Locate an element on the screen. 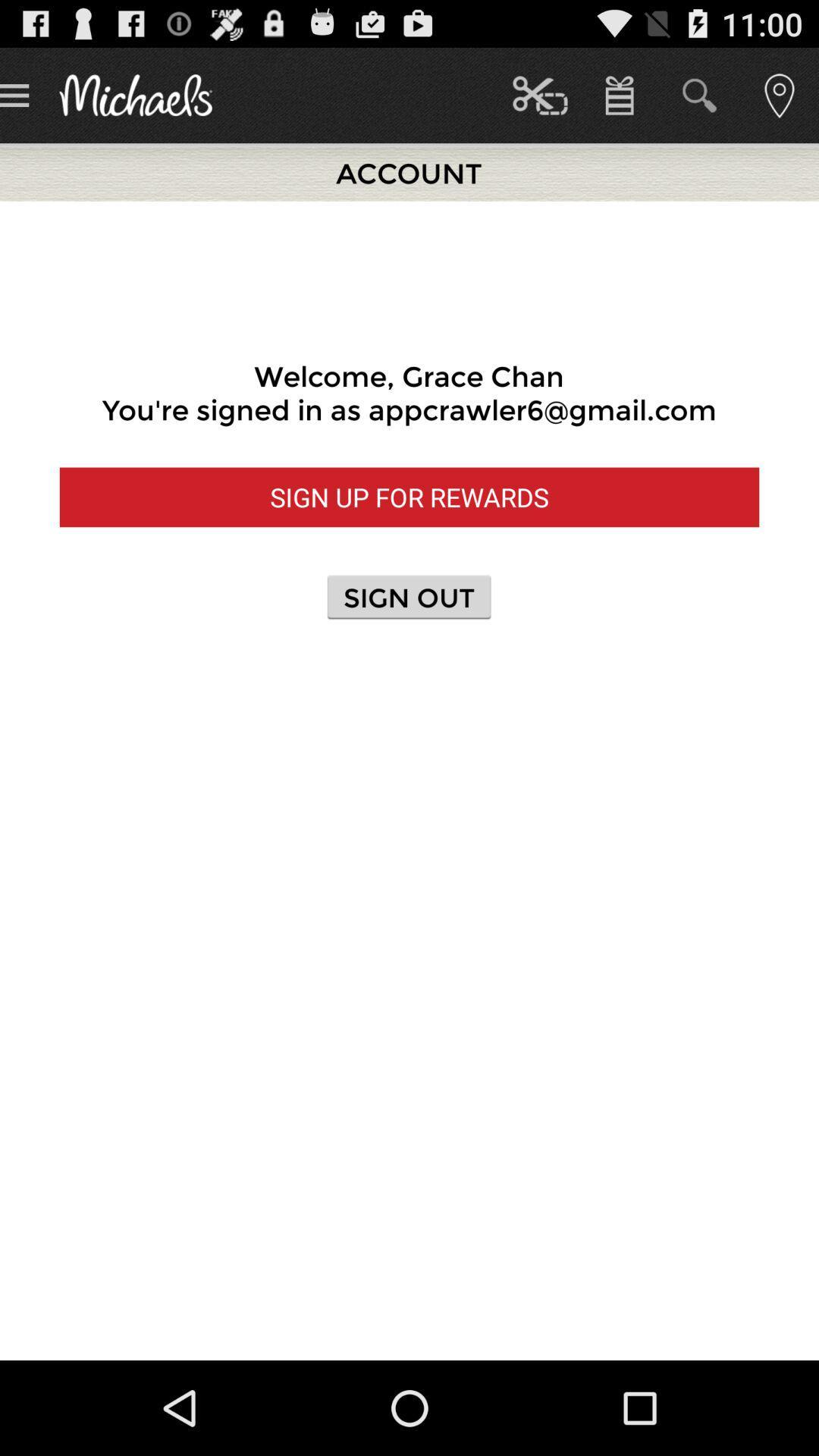  sign out icon is located at coordinates (408, 596).